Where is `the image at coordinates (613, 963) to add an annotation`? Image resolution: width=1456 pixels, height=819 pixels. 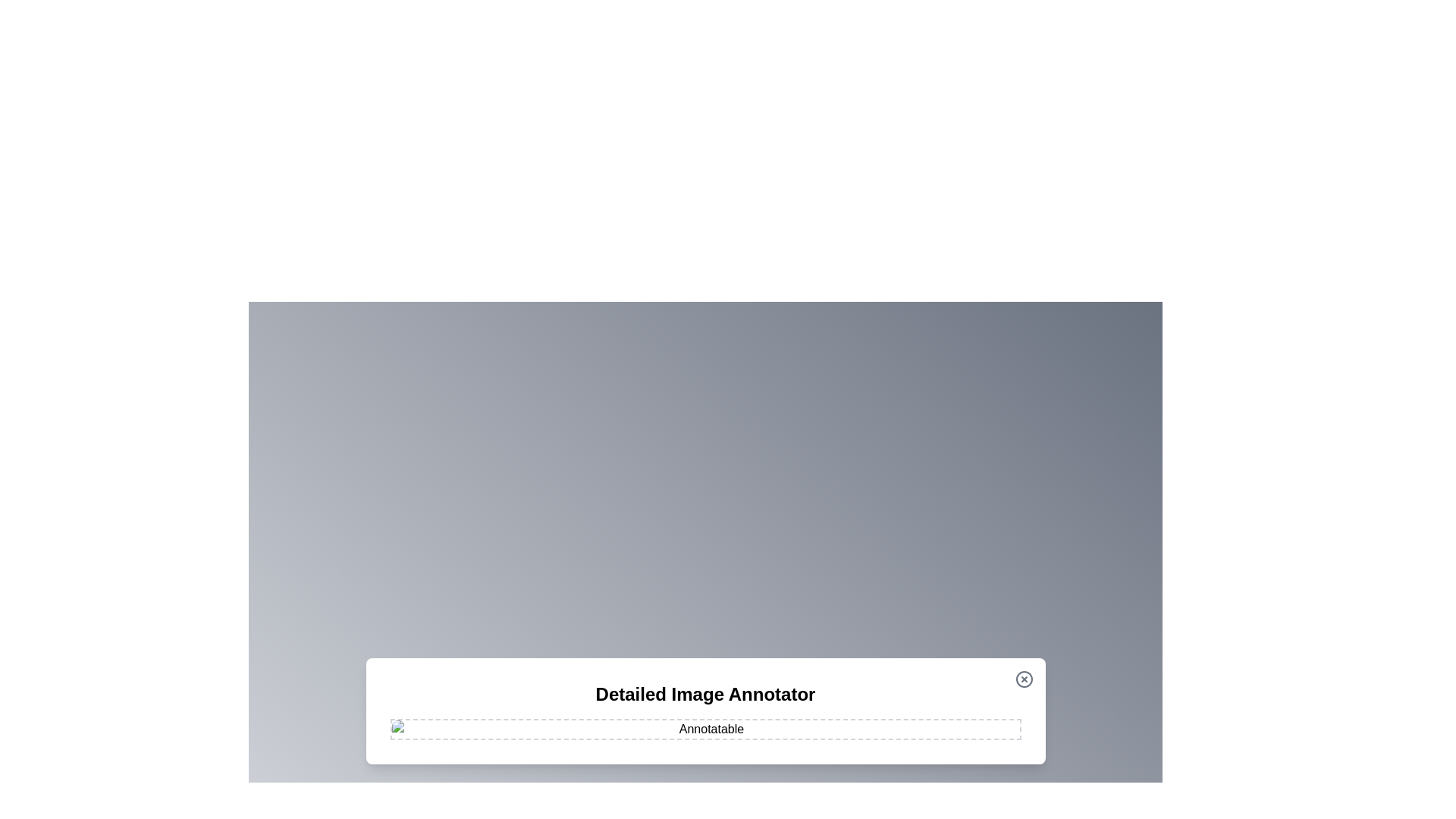
the image at coordinates (613, 963) to add an annotation is located at coordinates (464, 730).